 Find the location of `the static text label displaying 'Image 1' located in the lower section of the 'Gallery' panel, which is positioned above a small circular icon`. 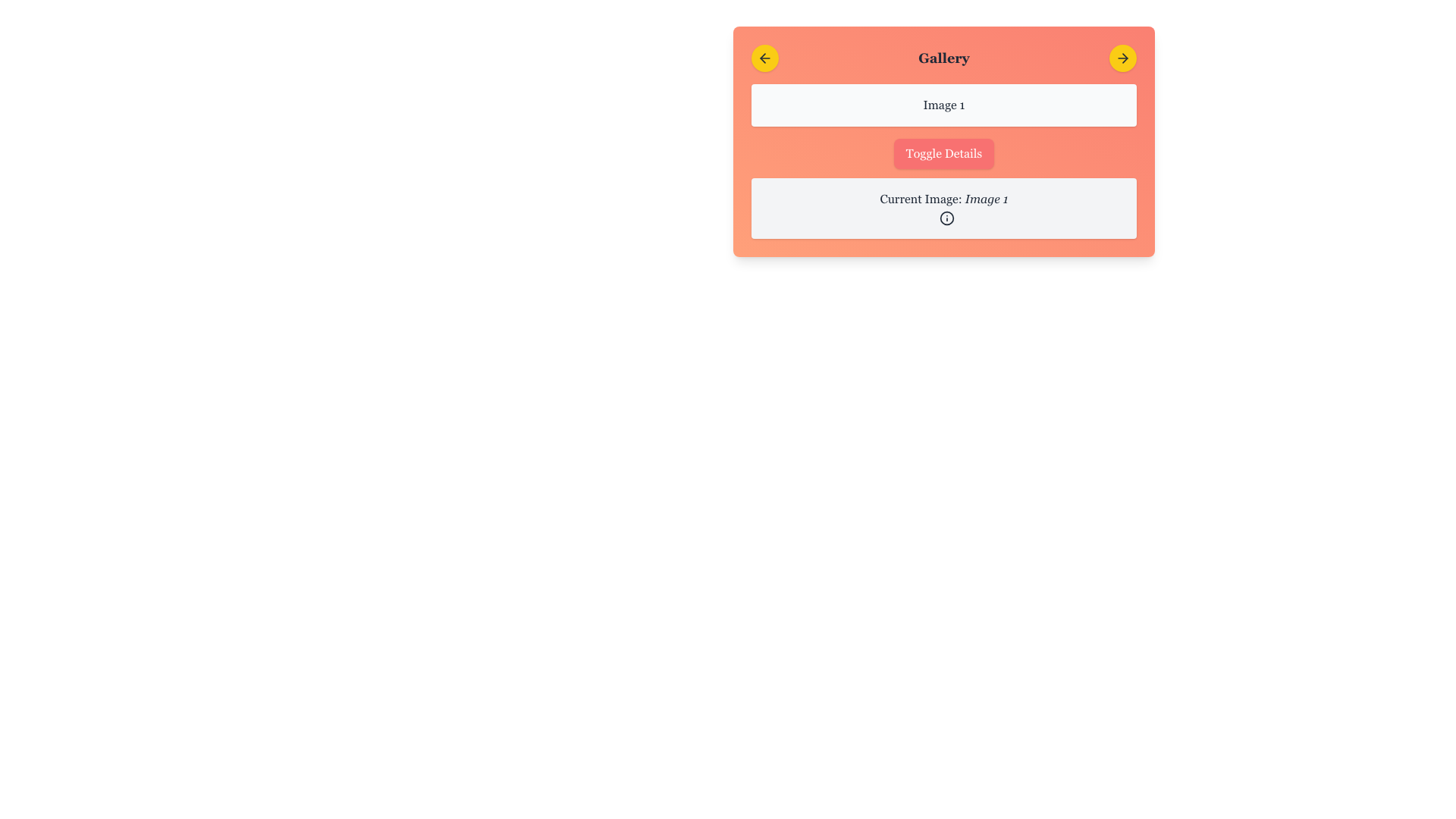

the static text label displaying 'Image 1' located in the lower section of the 'Gallery' panel, which is positioned above a small circular icon is located at coordinates (943, 198).